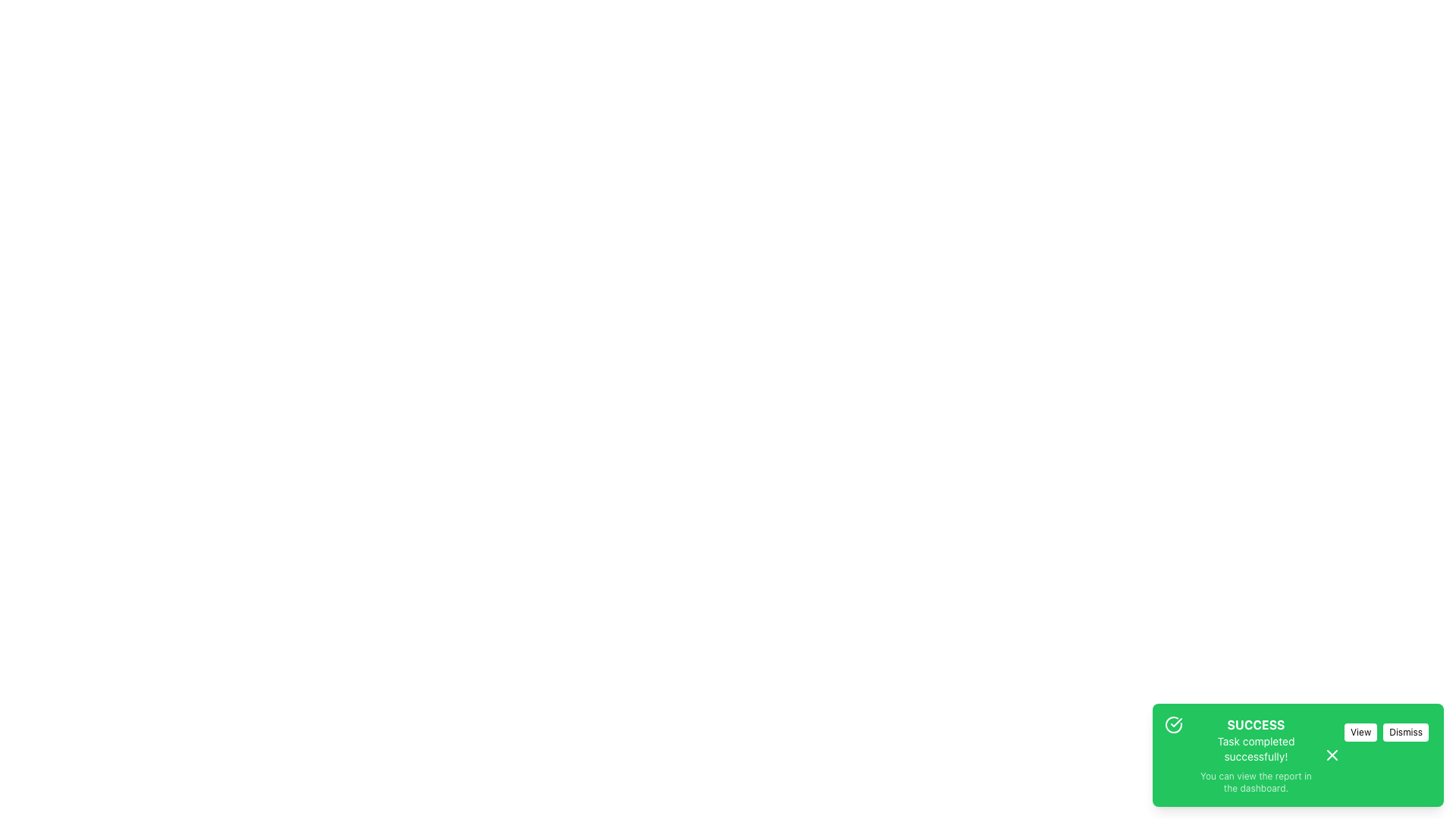  What do you see at coordinates (1256, 748) in the screenshot?
I see `the static text element that displays 'Task completed successfully!' within the green notification panel located beneath the bolded text 'SUCCESS'` at bounding box center [1256, 748].